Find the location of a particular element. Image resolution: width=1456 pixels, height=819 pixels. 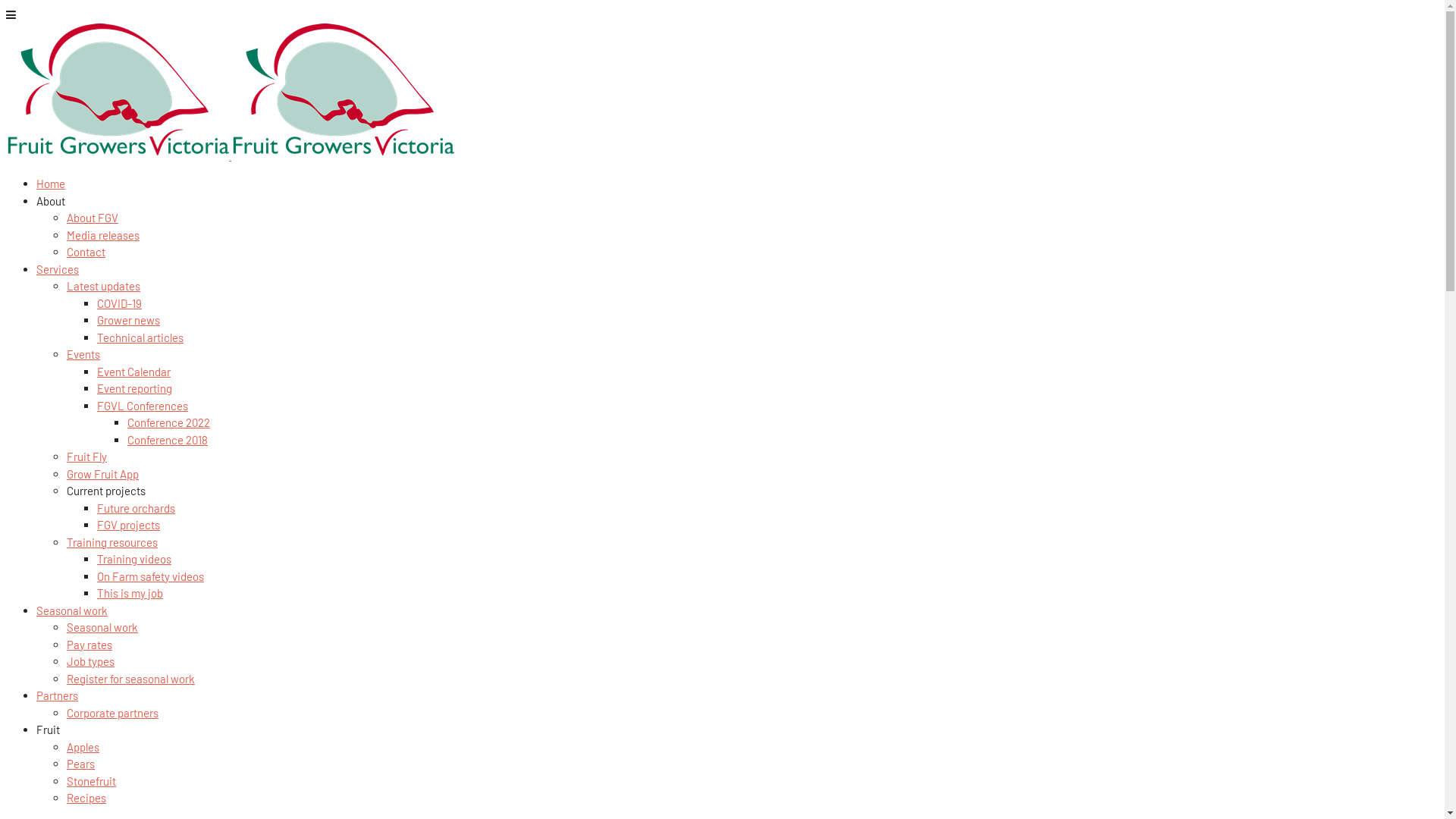

'Grow Fruit App' is located at coordinates (102, 472).